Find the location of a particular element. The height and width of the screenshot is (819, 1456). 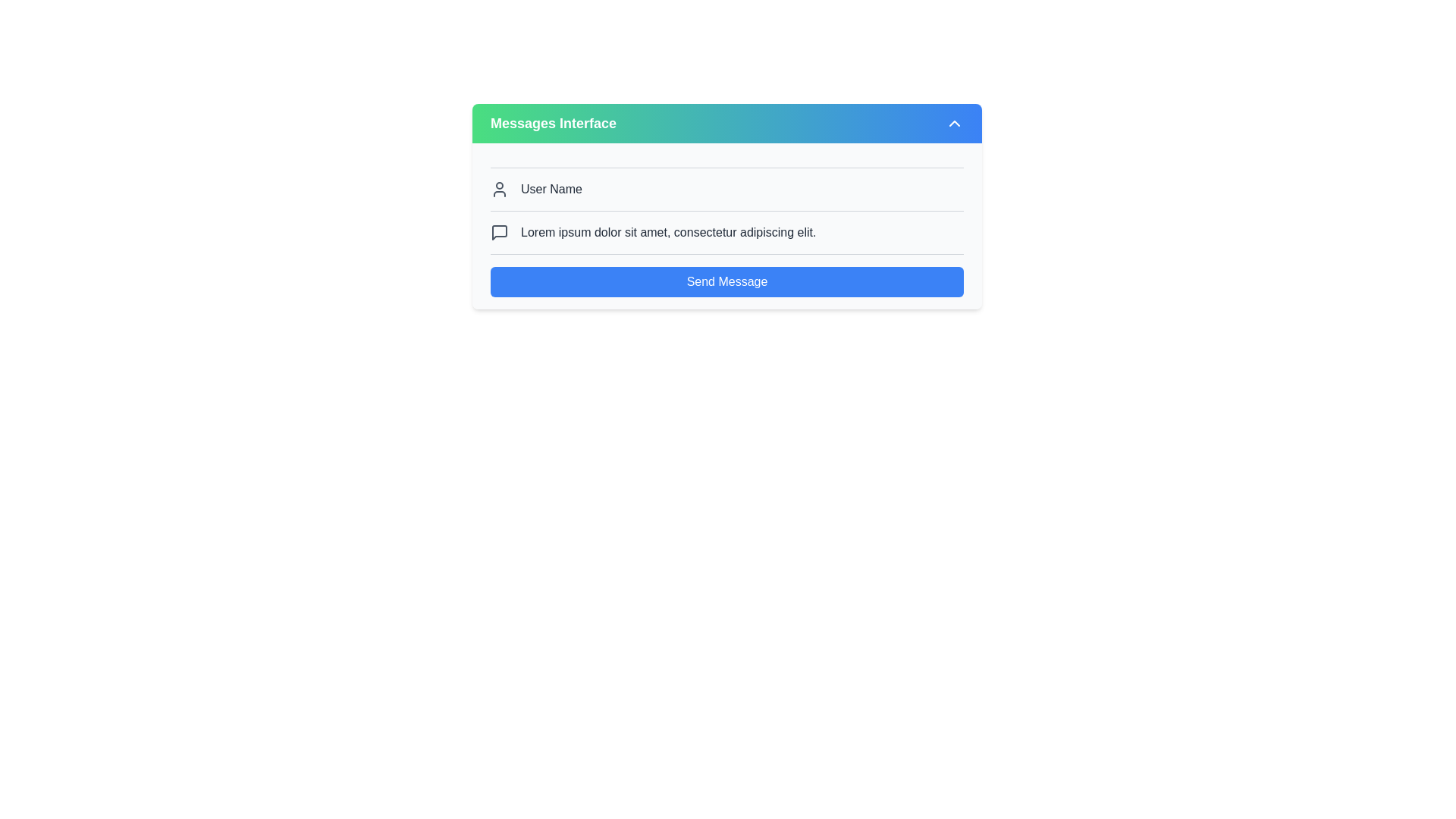

the blue button labeled 'Send Message' for keyboard navigation, located at the bottom of the user panel interface is located at coordinates (726, 281).